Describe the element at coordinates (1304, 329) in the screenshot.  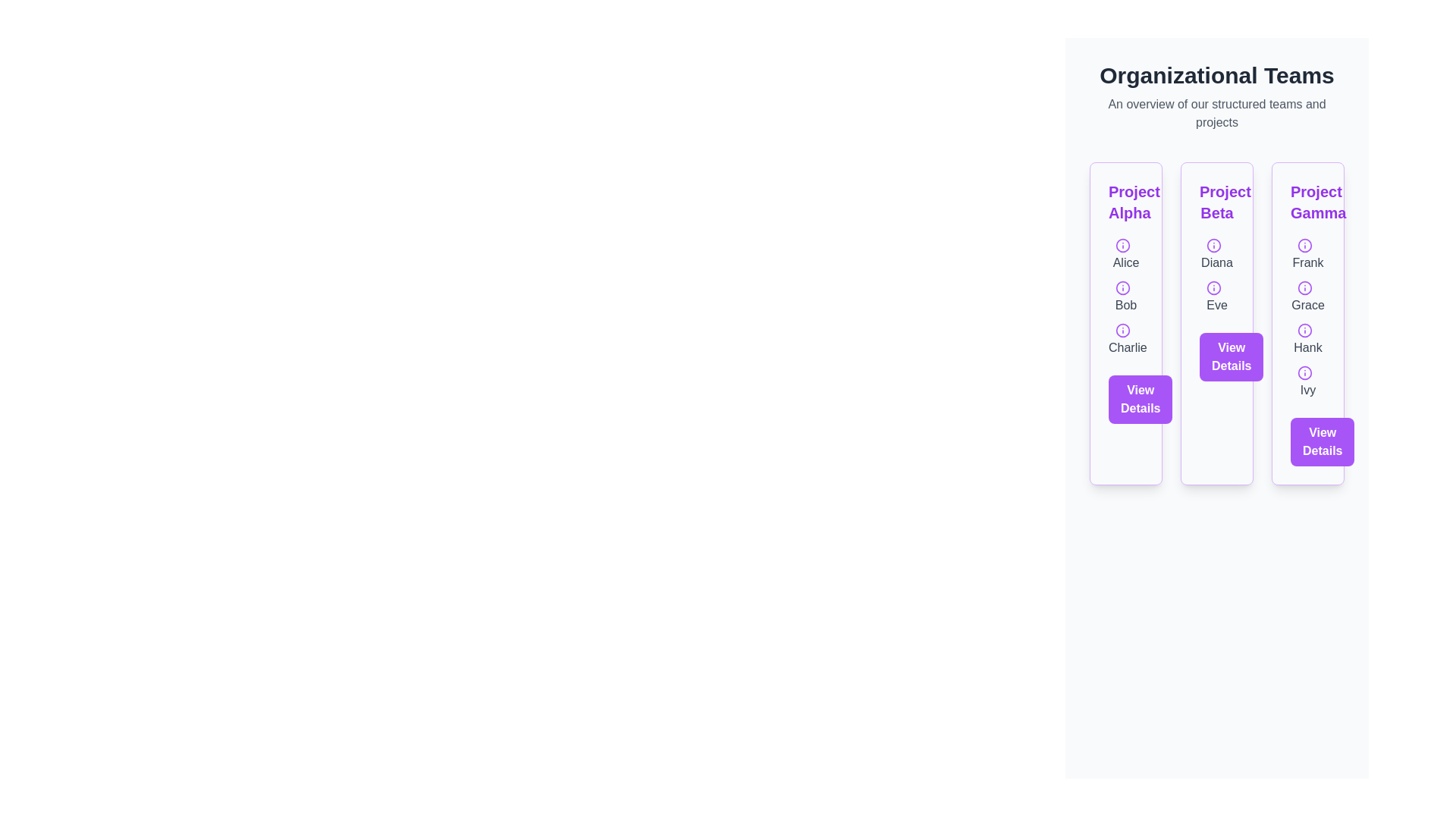
I see `the informational icon located on the 'Project Gamma' card next to the name 'Hank'. This is the second info icon in the list` at that location.